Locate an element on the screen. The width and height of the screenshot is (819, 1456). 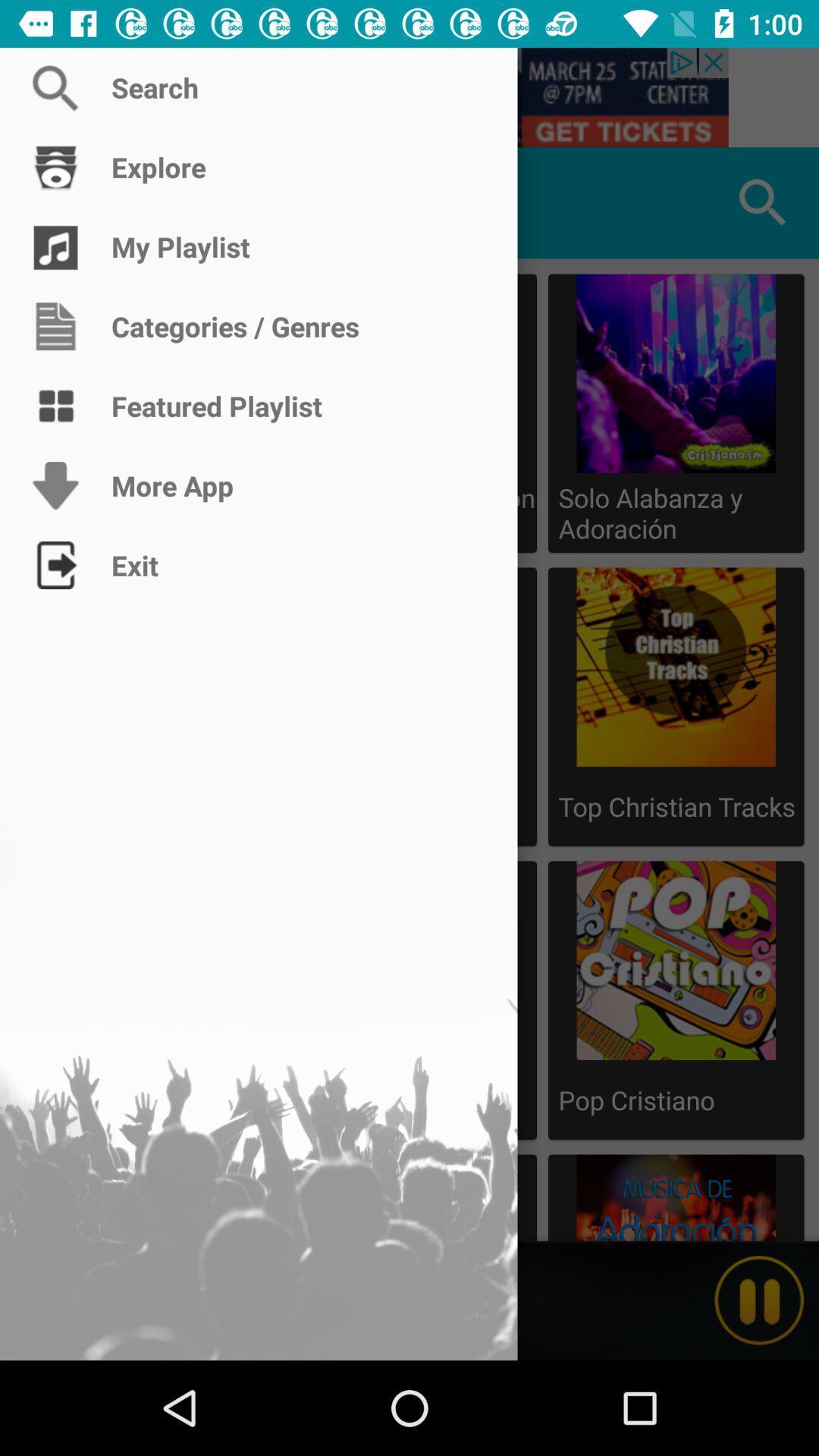
stop playing audio is located at coordinates (759, 1300).